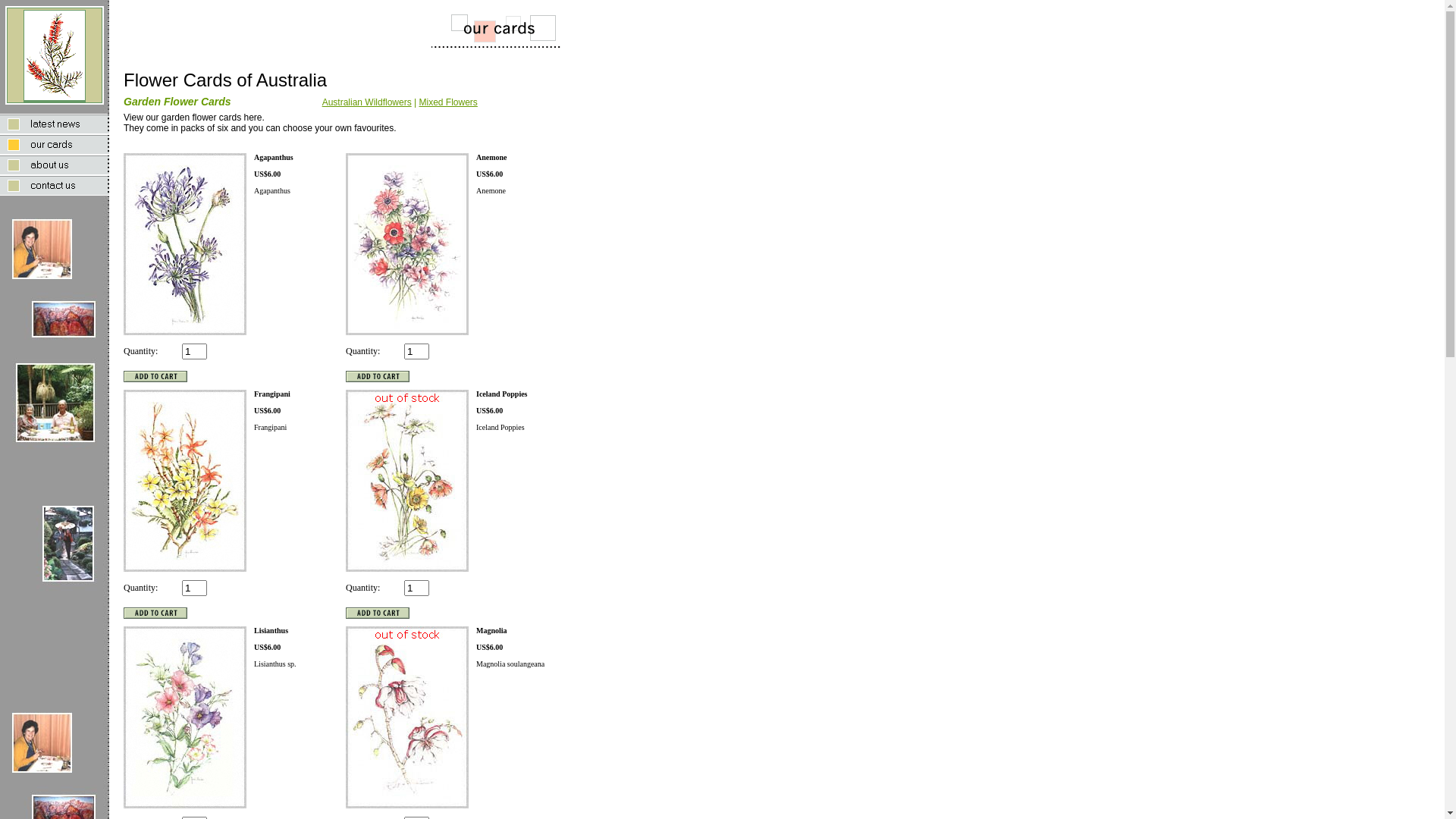  I want to click on 'contact us', so click(0, 184).